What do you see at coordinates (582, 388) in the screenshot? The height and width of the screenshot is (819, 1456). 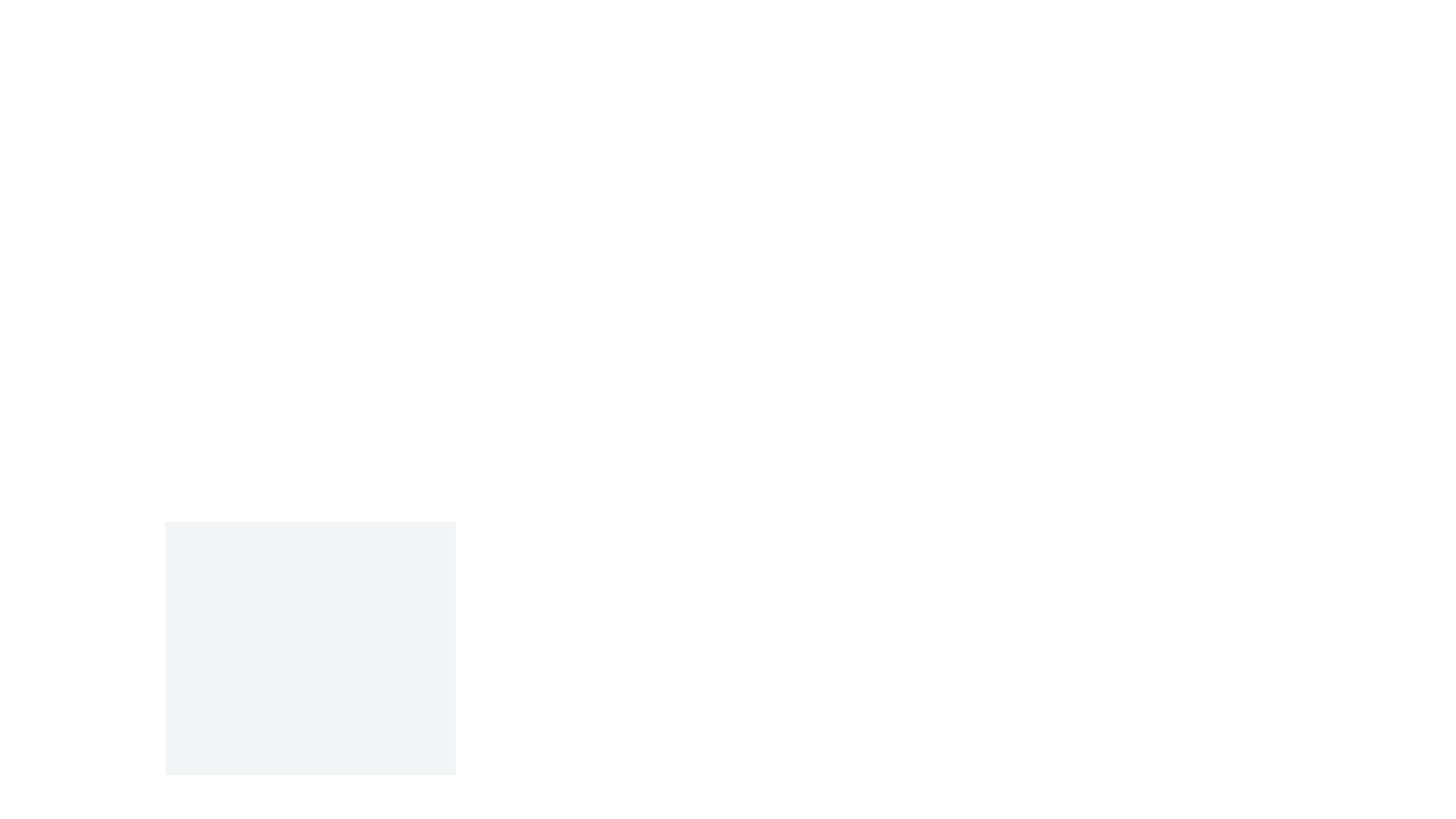 I see `the background to dismiss the dialog` at bounding box center [582, 388].